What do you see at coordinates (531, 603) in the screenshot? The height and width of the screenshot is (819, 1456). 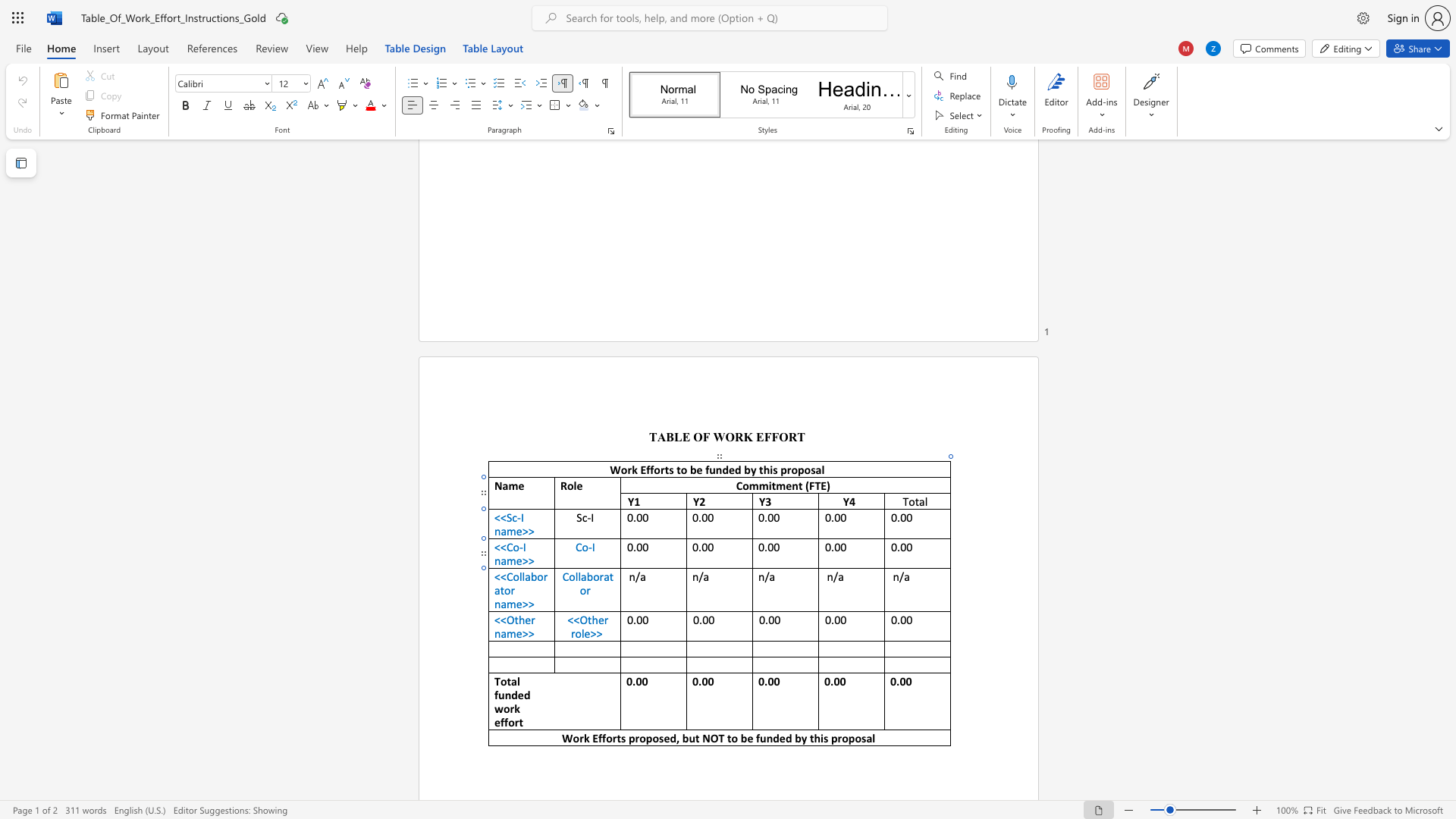 I see `the 2th character ">" in the text` at bounding box center [531, 603].